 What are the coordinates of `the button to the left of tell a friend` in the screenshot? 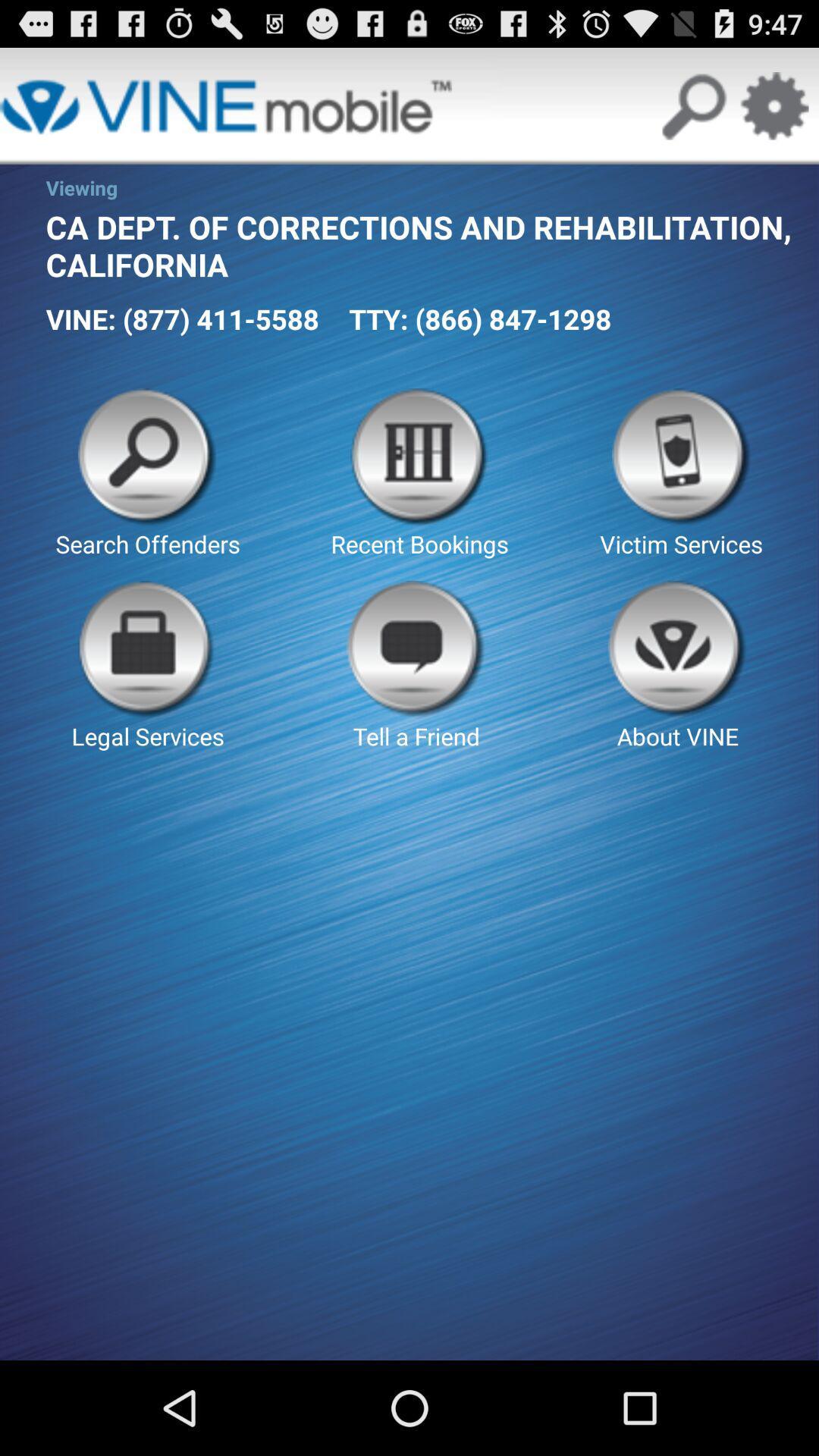 It's located at (148, 666).